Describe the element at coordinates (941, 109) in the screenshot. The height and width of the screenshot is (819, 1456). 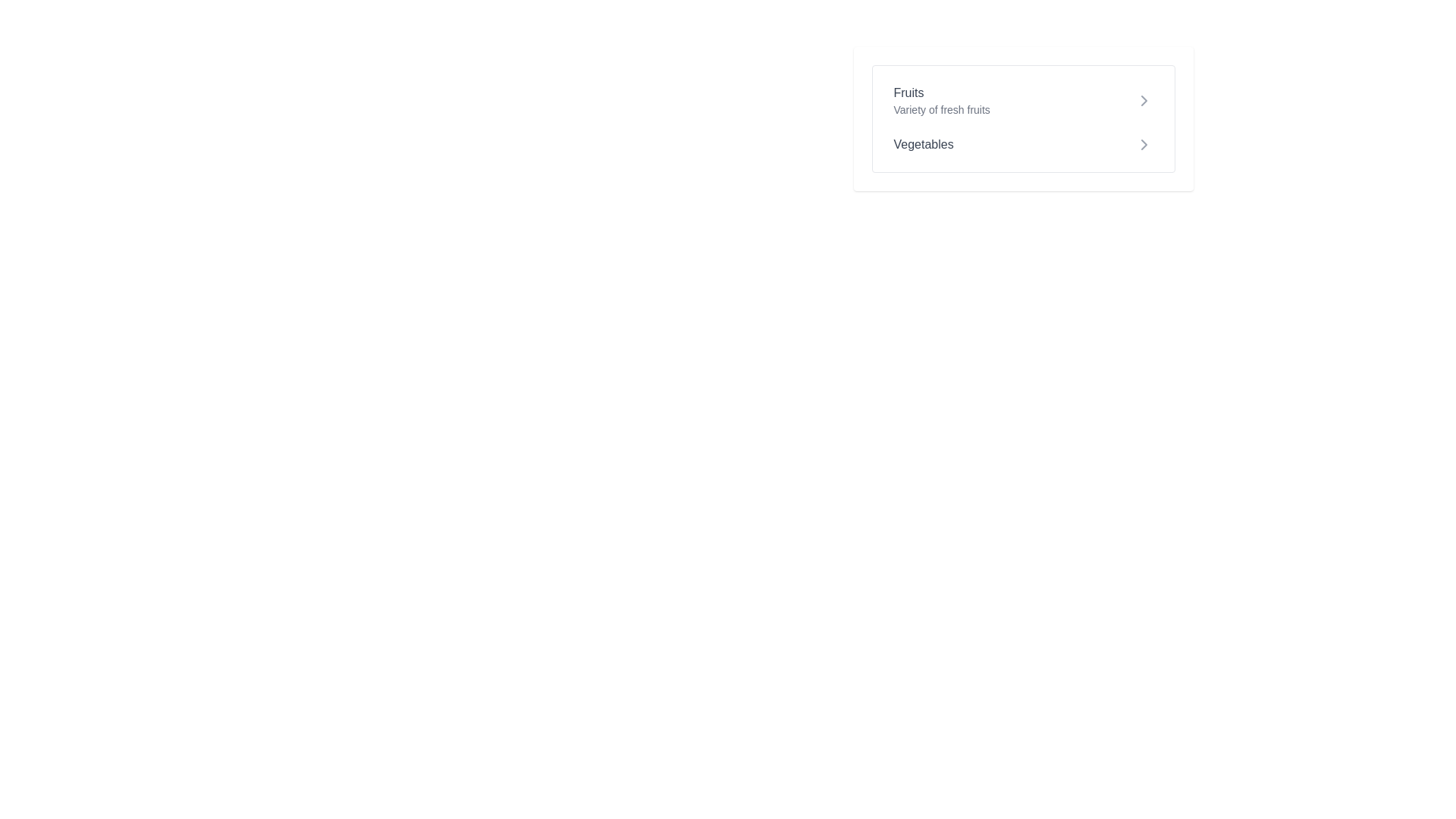
I see `static text label that displays 'Variety of fresh fruits', which is positioned directly below the larger text 'Fruits'` at that location.